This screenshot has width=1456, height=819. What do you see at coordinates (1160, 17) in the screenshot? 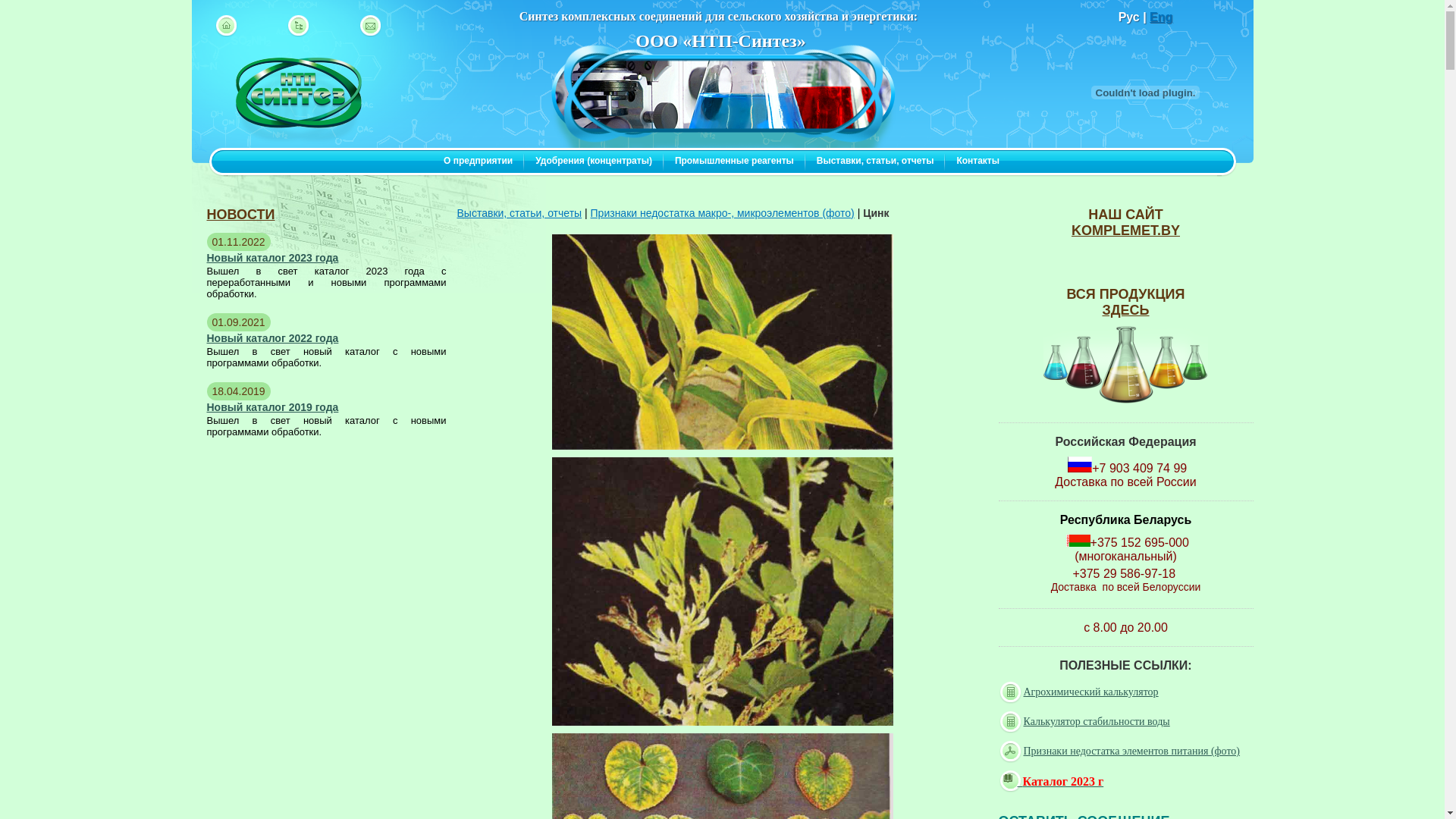
I see `'Eng'` at bounding box center [1160, 17].